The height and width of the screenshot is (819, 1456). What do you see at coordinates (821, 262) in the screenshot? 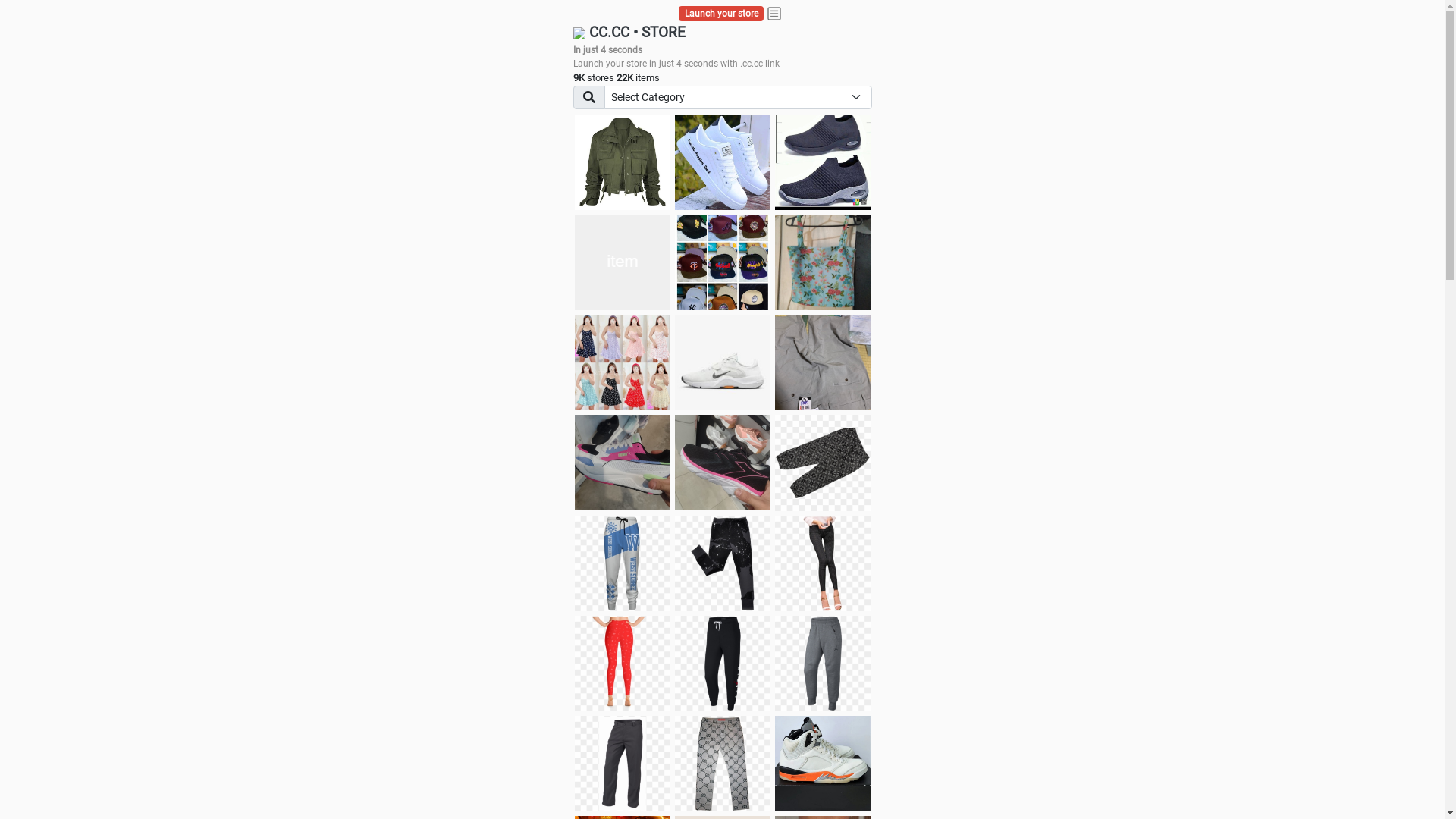
I see `'Ukay cloth'` at bounding box center [821, 262].